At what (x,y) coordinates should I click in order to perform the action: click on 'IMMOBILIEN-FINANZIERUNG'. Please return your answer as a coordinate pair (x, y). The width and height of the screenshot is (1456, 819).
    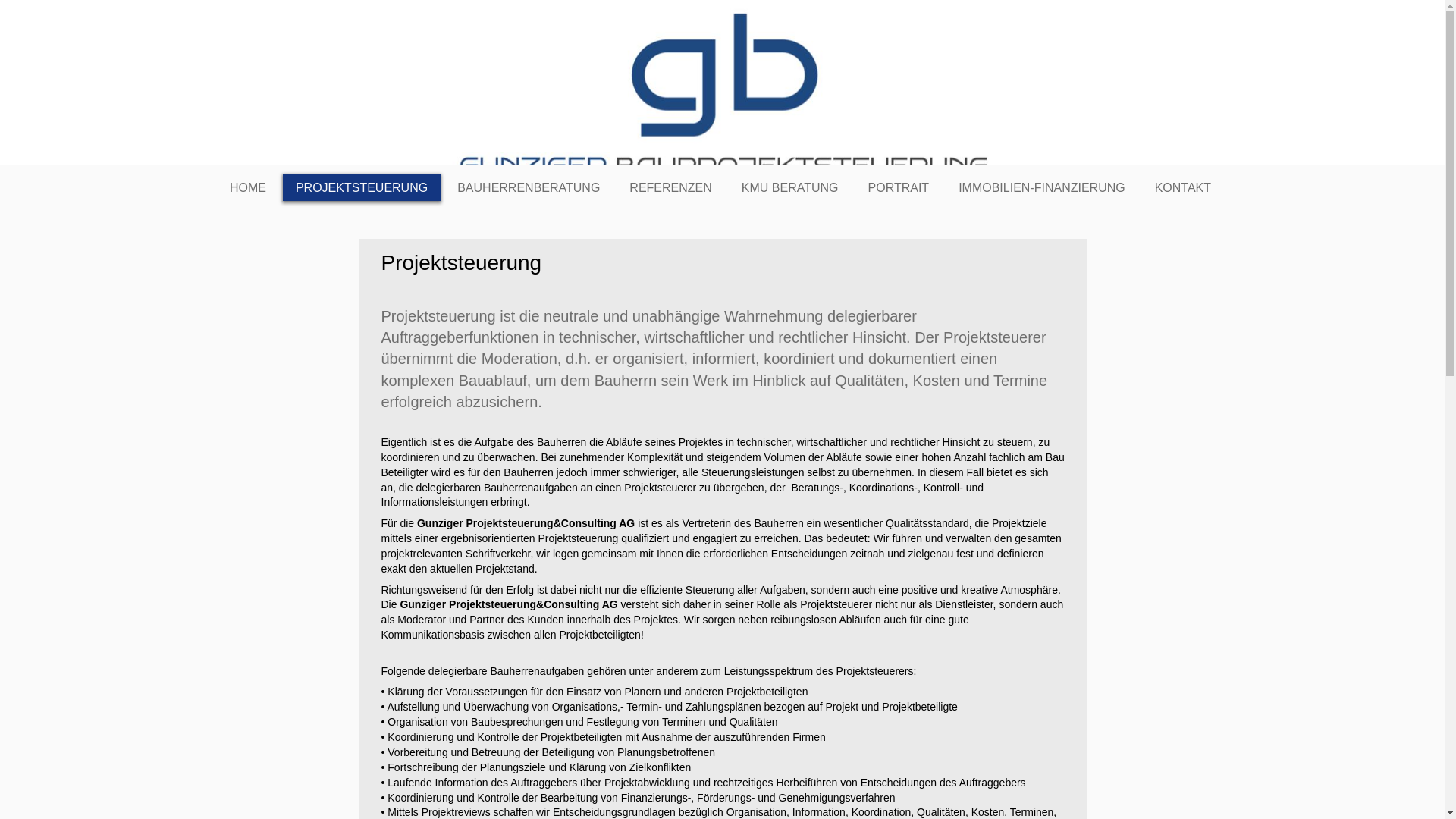
    Looking at the image, I should click on (945, 186).